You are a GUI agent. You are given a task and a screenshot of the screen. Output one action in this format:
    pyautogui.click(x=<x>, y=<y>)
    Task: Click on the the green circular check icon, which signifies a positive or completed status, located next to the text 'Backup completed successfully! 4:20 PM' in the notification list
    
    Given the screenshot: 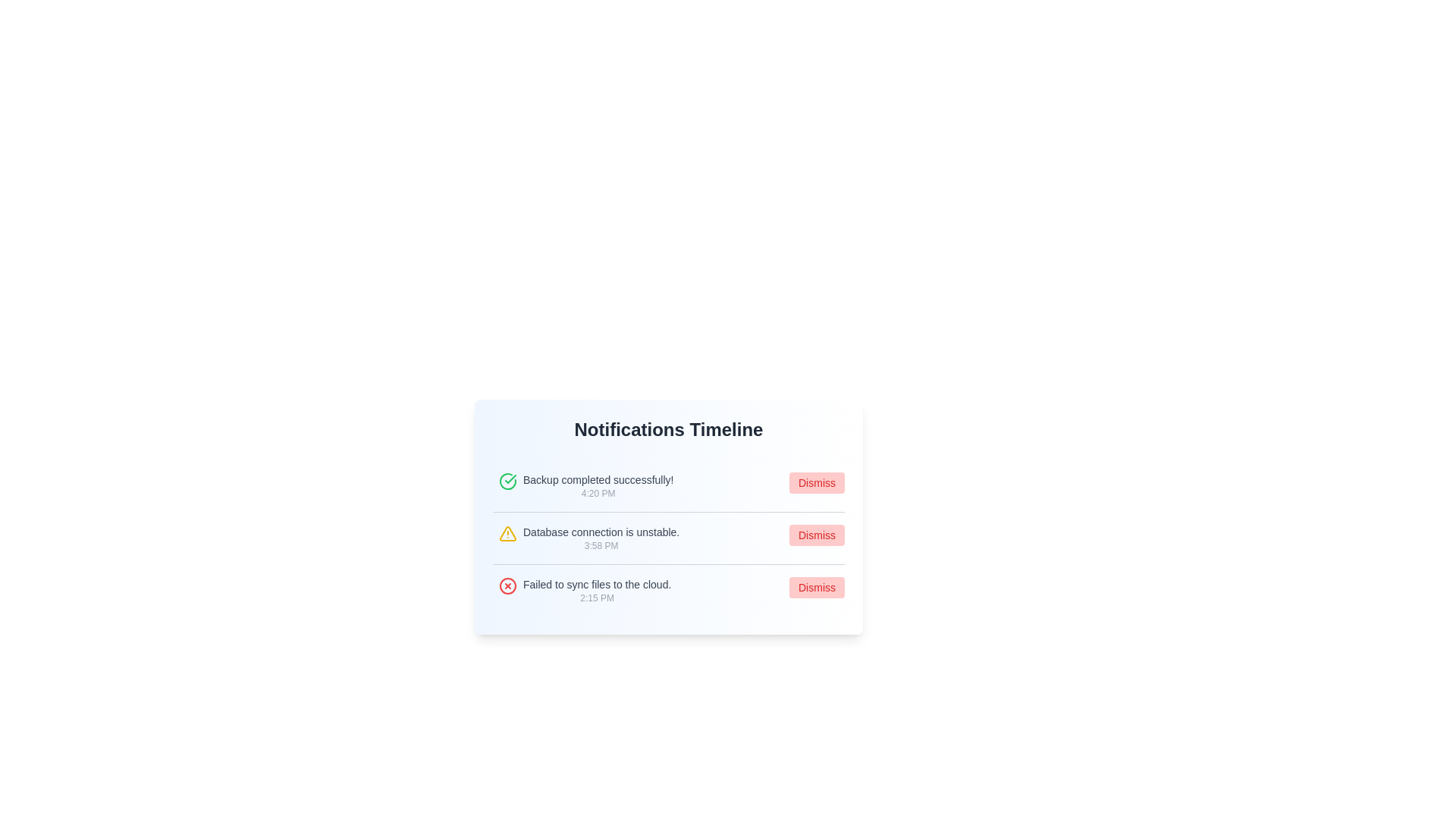 What is the action you would take?
    pyautogui.click(x=508, y=482)
    